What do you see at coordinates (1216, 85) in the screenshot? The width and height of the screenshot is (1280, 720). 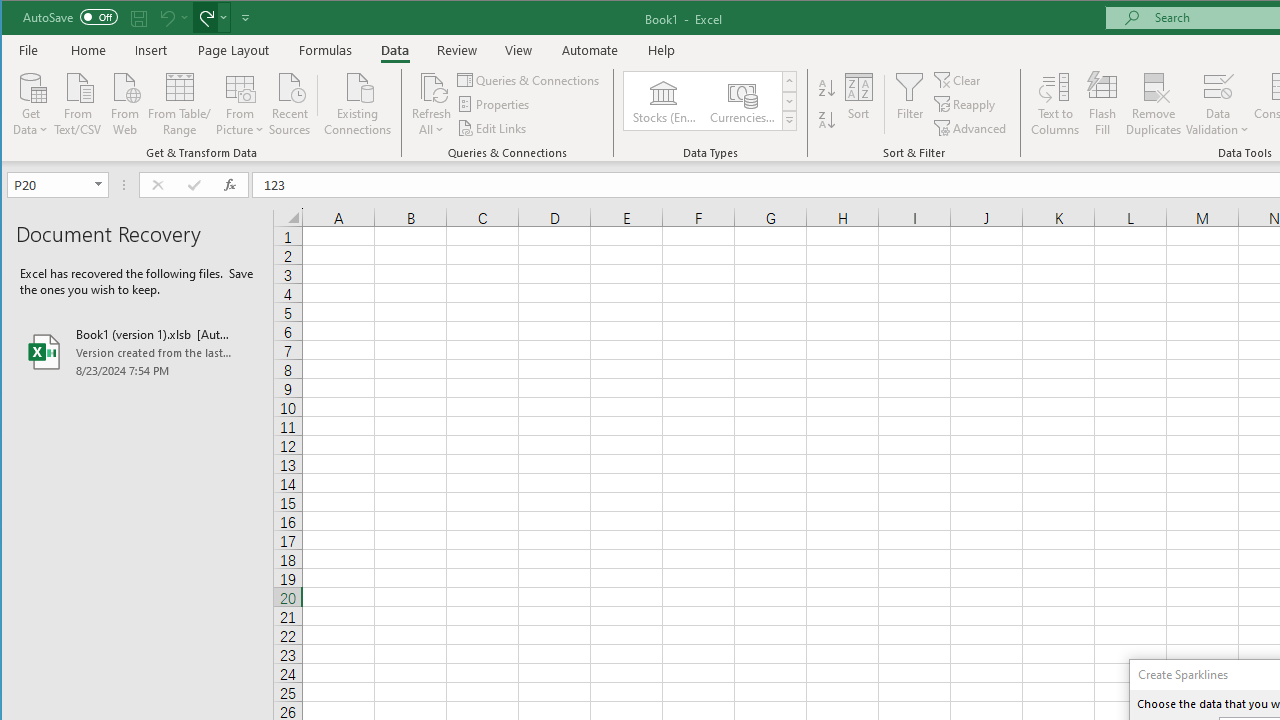 I see `'Data Validation...'` at bounding box center [1216, 85].